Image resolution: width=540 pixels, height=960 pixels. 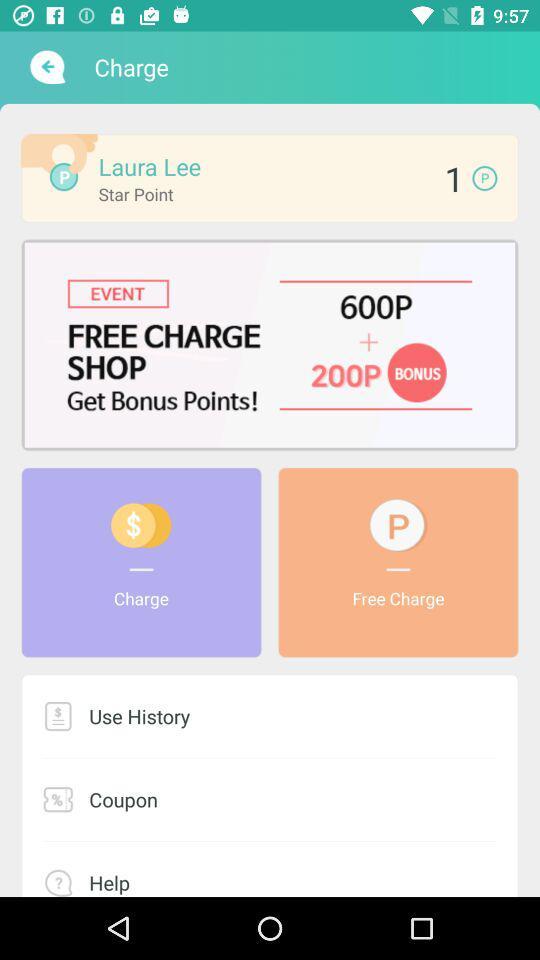 I want to click on this is a link to a special offer, so click(x=270, y=345).